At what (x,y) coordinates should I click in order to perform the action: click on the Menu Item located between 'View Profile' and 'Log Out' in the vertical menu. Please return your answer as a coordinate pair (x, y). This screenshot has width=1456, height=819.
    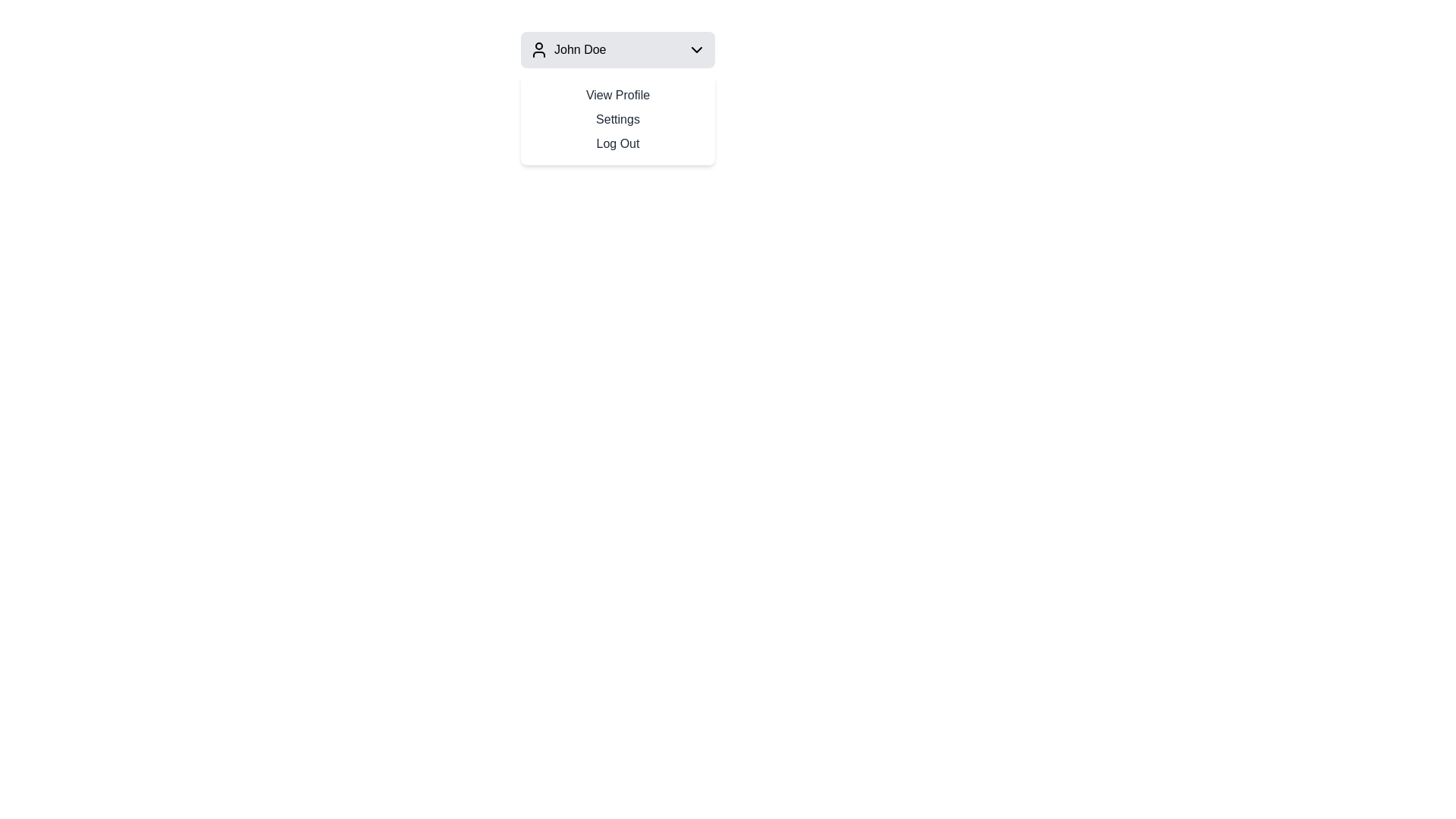
    Looking at the image, I should click on (618, 119).